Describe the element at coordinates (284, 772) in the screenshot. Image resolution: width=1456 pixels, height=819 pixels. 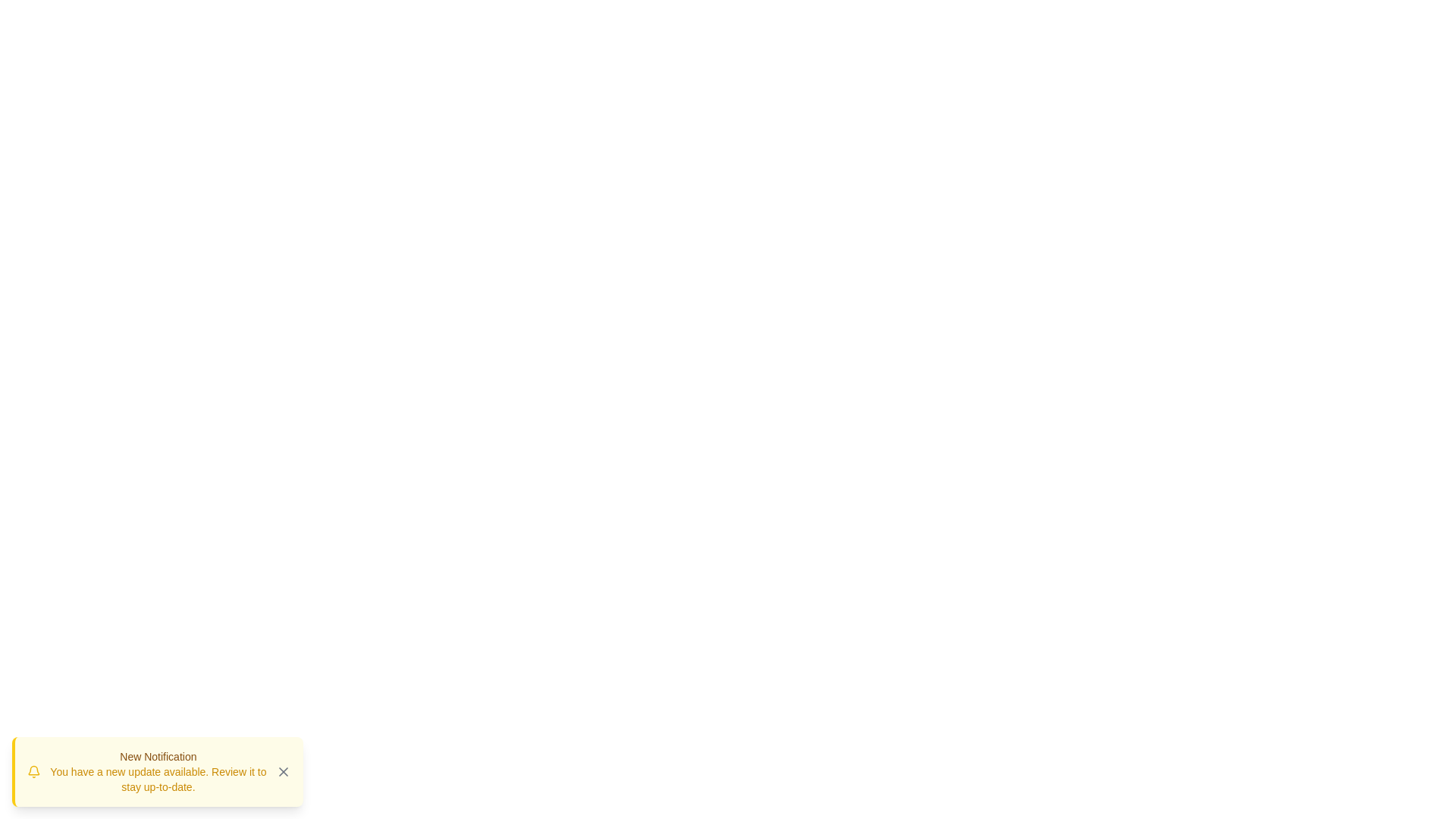
I see `the close icon located at the far right of the notification box` at that location.